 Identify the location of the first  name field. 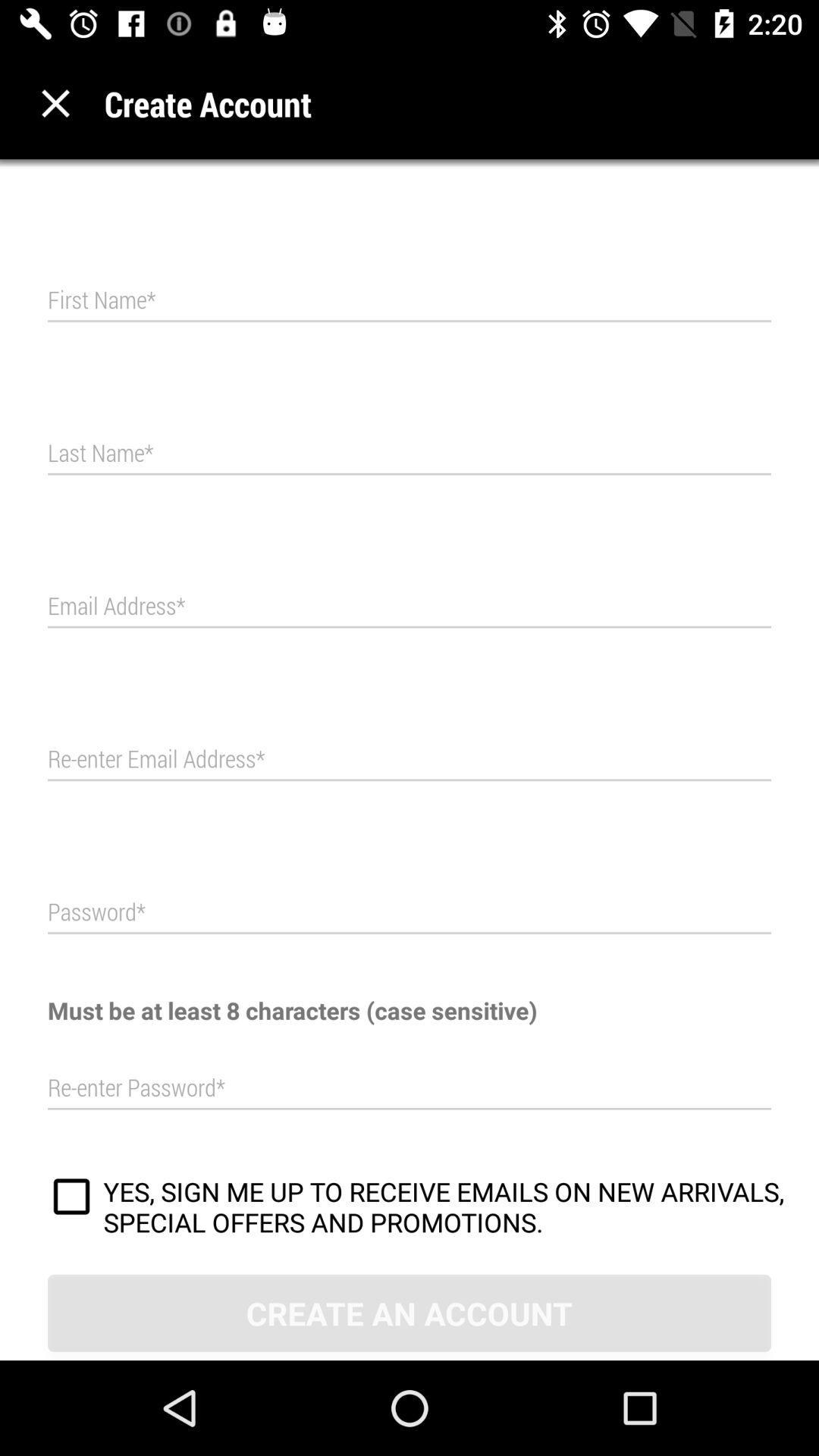
(409, 301).